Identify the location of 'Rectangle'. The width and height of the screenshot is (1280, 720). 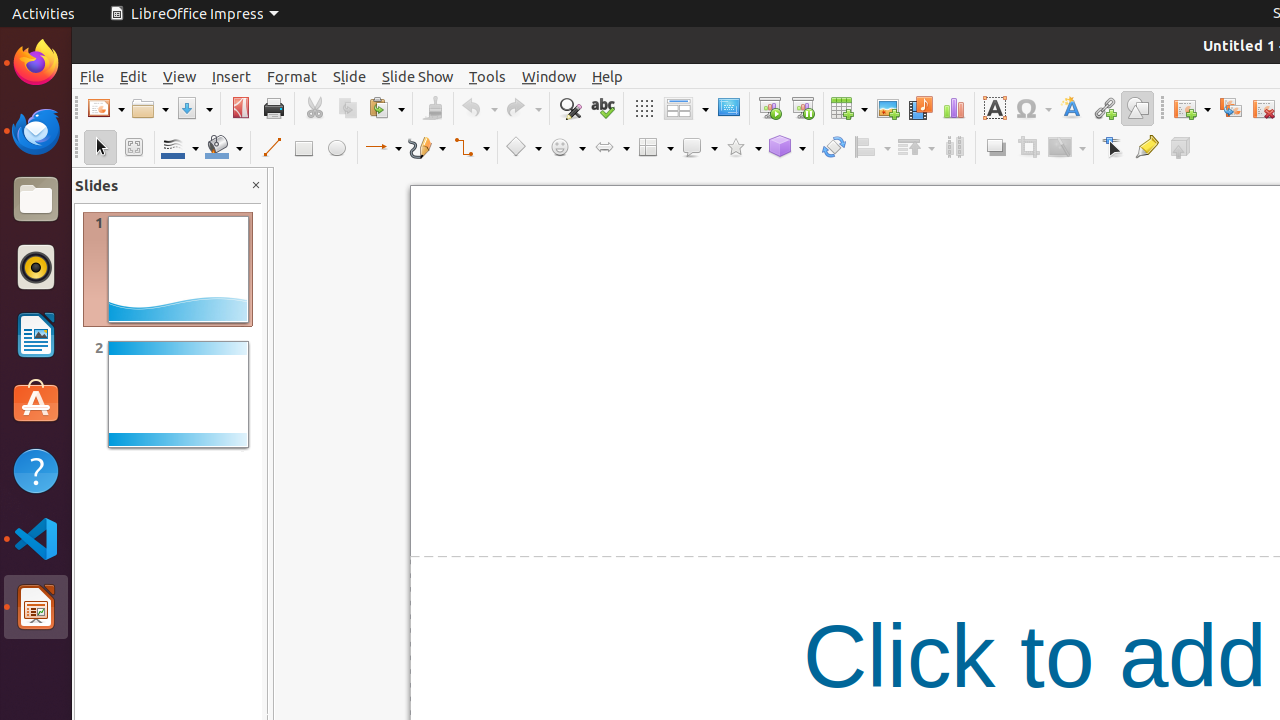
(302, 146).